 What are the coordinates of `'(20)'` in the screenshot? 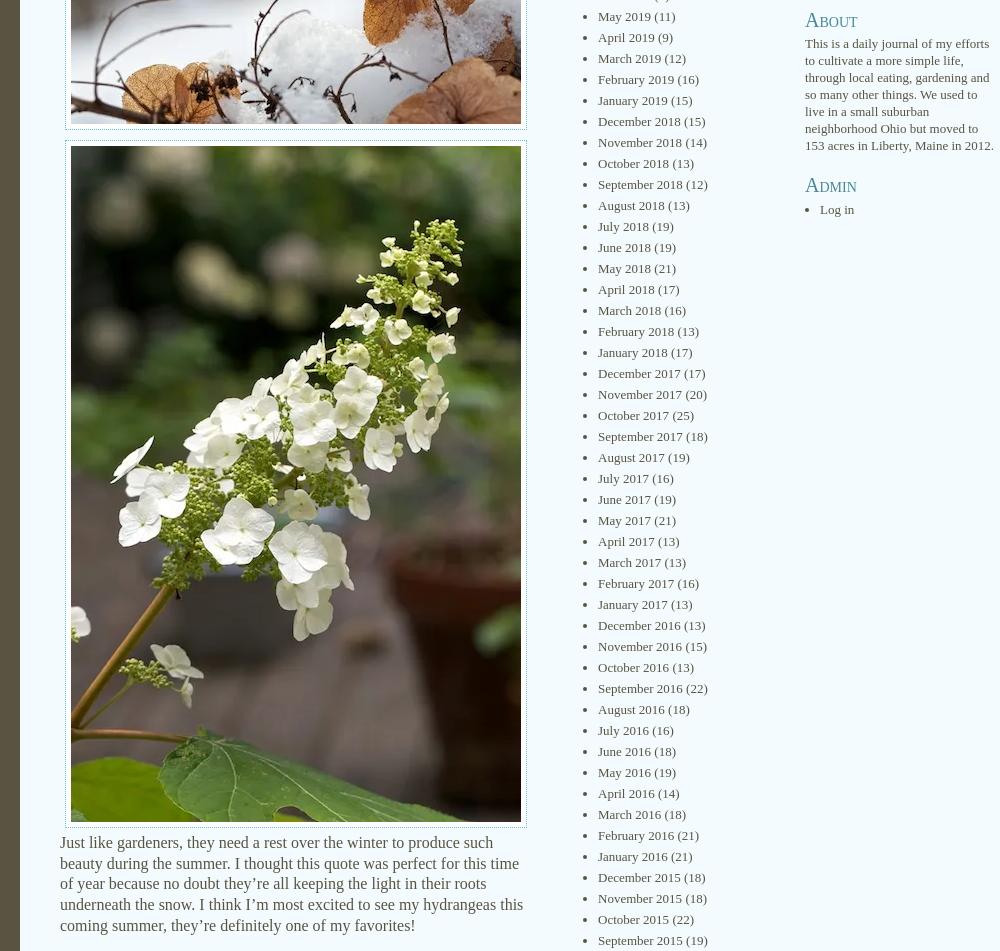 It's located at (693, 394).